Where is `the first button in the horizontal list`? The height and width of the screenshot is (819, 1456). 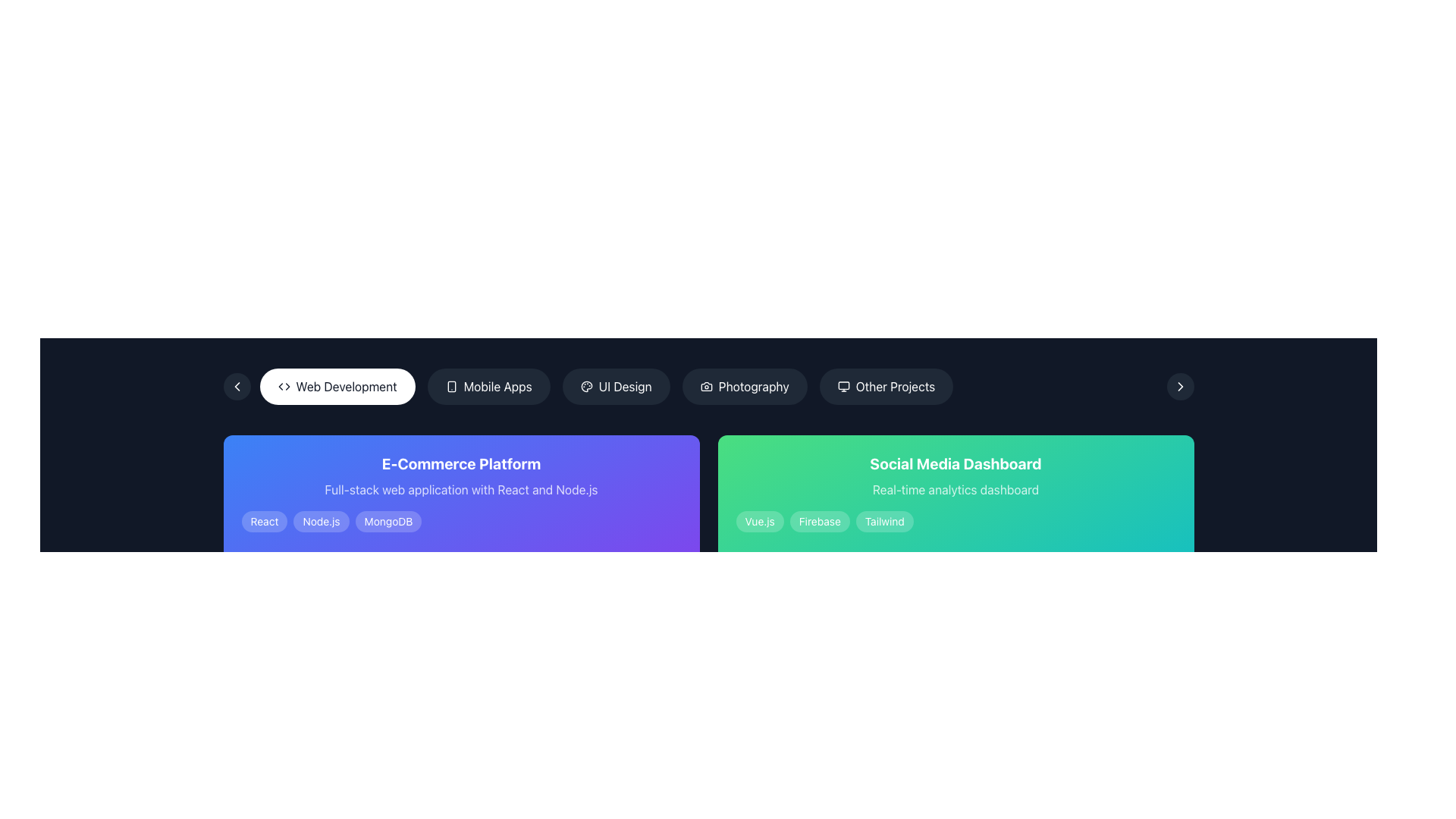
the first button in the horizontal list is located at coordinates (337, 385).